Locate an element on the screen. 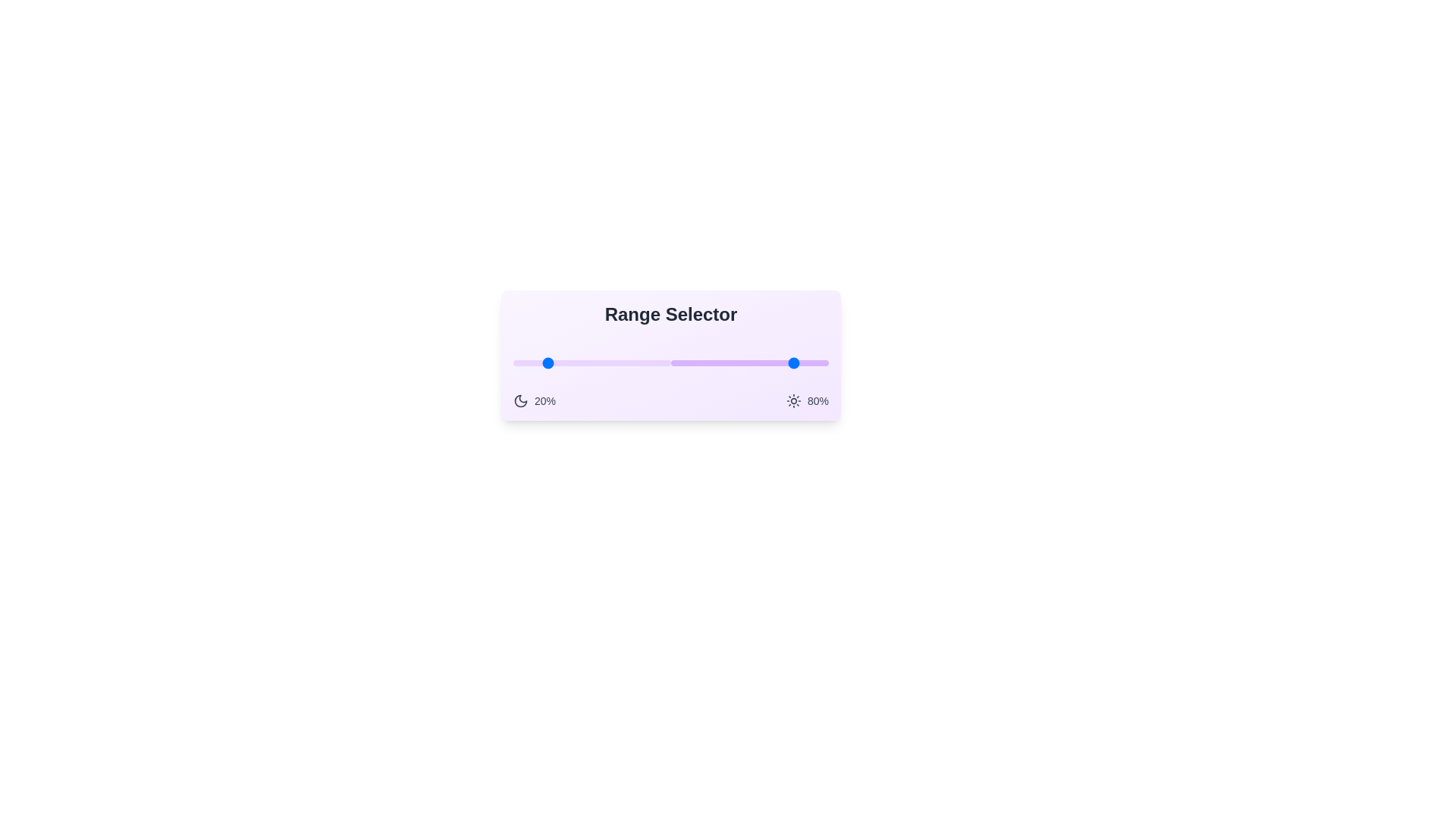 The height and width of the screenshot is (819, 1456). the lower bound of the range to 5% by dragging the left slider is located at coordinates (521, 362).